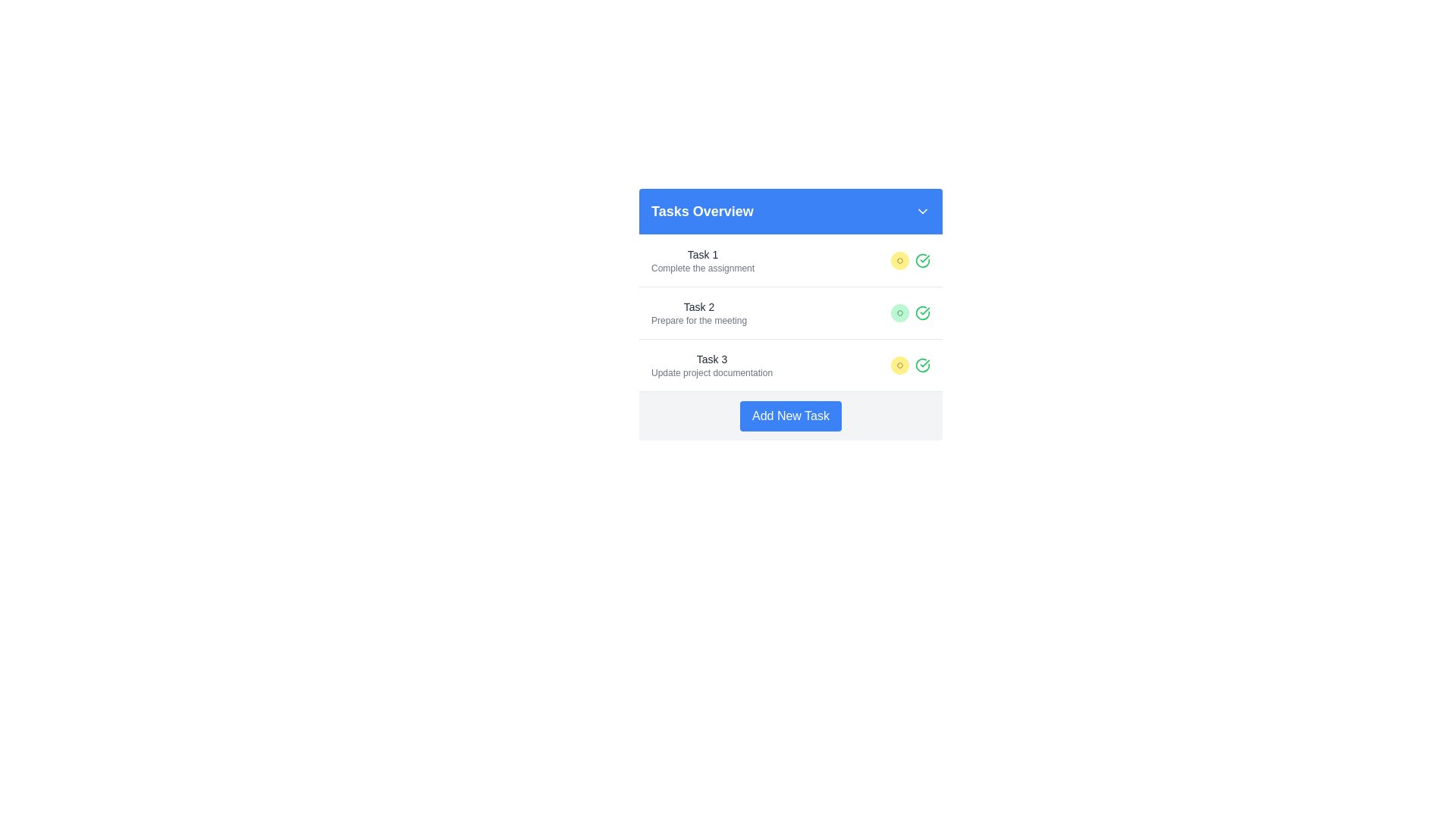 This screenshot has height=819, width=1456. What do you see at coordinates (789, 366) in the screenshot?
I see `the composite task display component that shows 'Task 3' with the description 'Update project documentation' and a status indicator 'pending'` at bounding box center [789, 366].